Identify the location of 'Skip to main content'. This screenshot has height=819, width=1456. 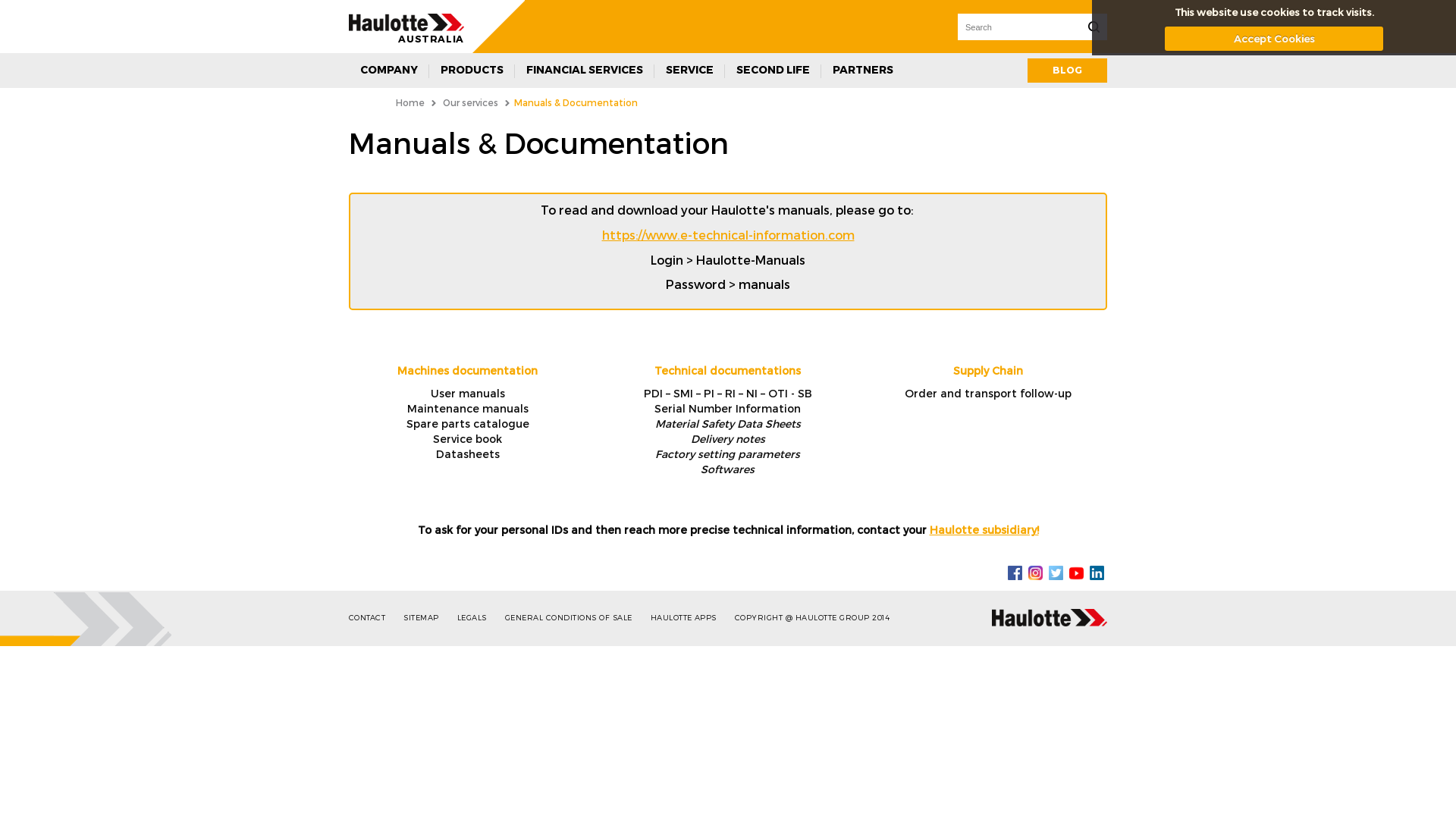
(58, 0).